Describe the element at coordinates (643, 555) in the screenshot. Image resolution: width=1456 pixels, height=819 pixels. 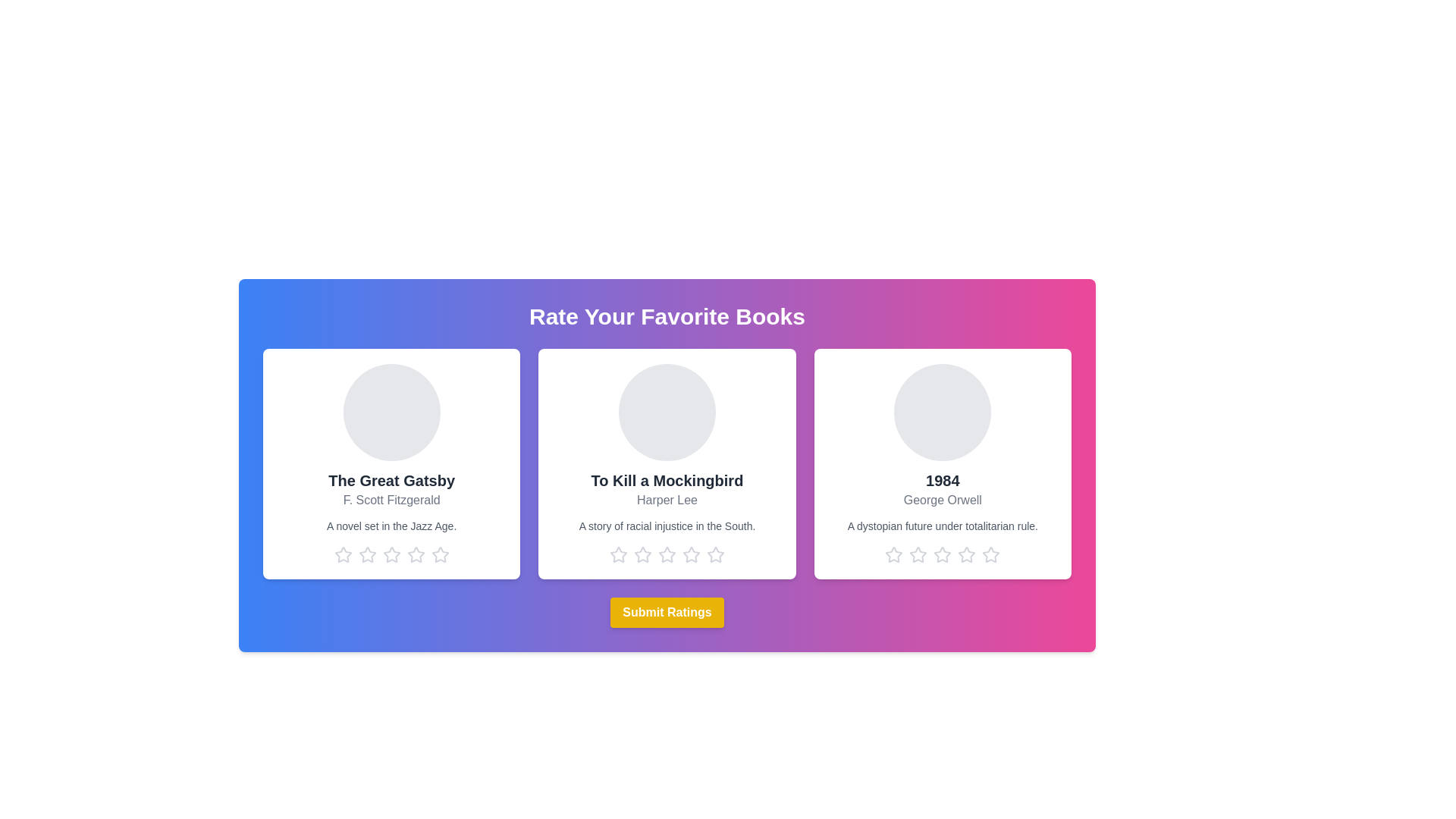
I see `the star corresponding to the rating 2 for the book titled To Kill a Mockingbird` at that location.